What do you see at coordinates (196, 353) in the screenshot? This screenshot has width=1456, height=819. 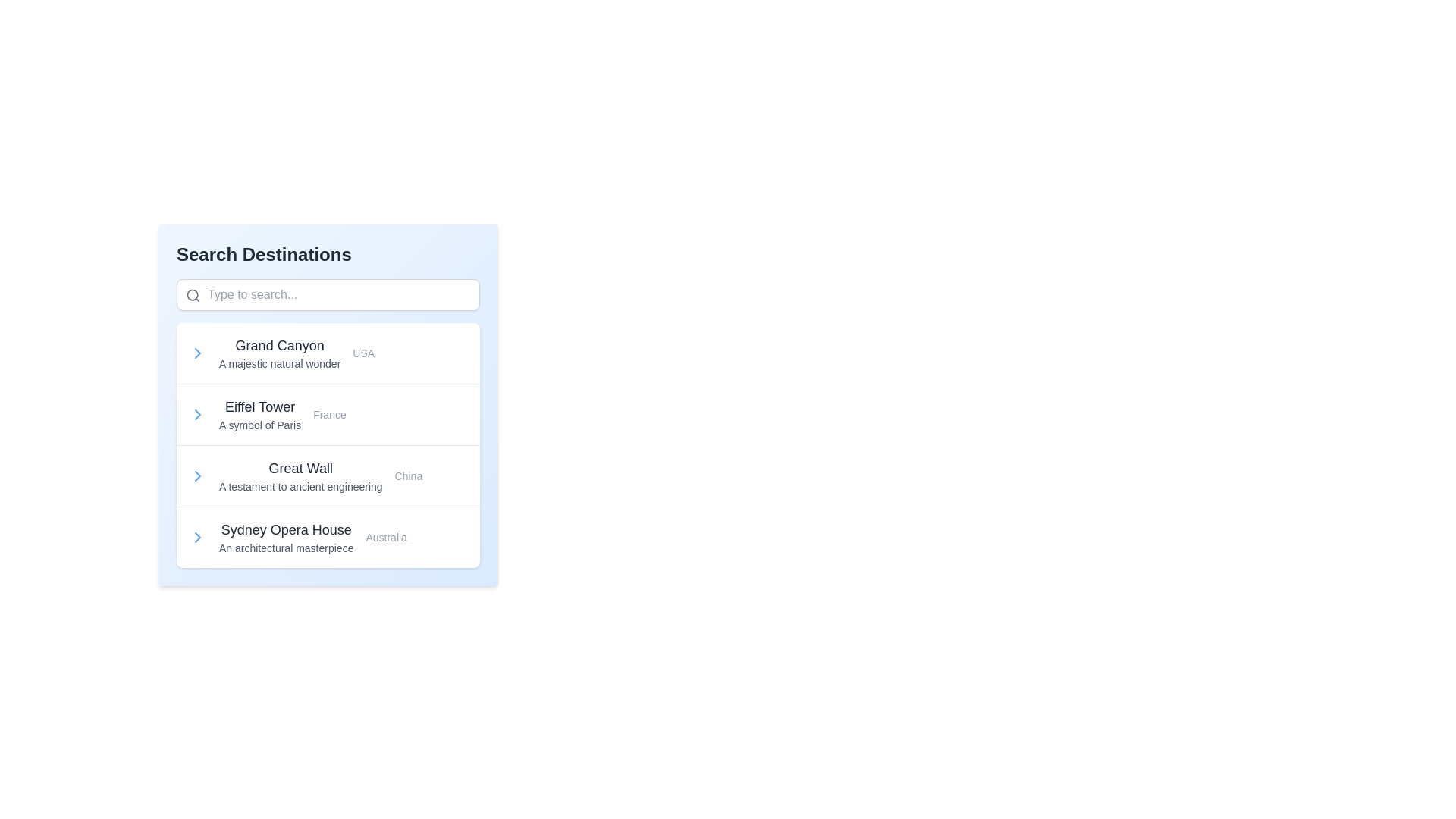 I see `the chevron icon located to the left of the text 'Grand Canyon'` at bounding box center [196, 353].